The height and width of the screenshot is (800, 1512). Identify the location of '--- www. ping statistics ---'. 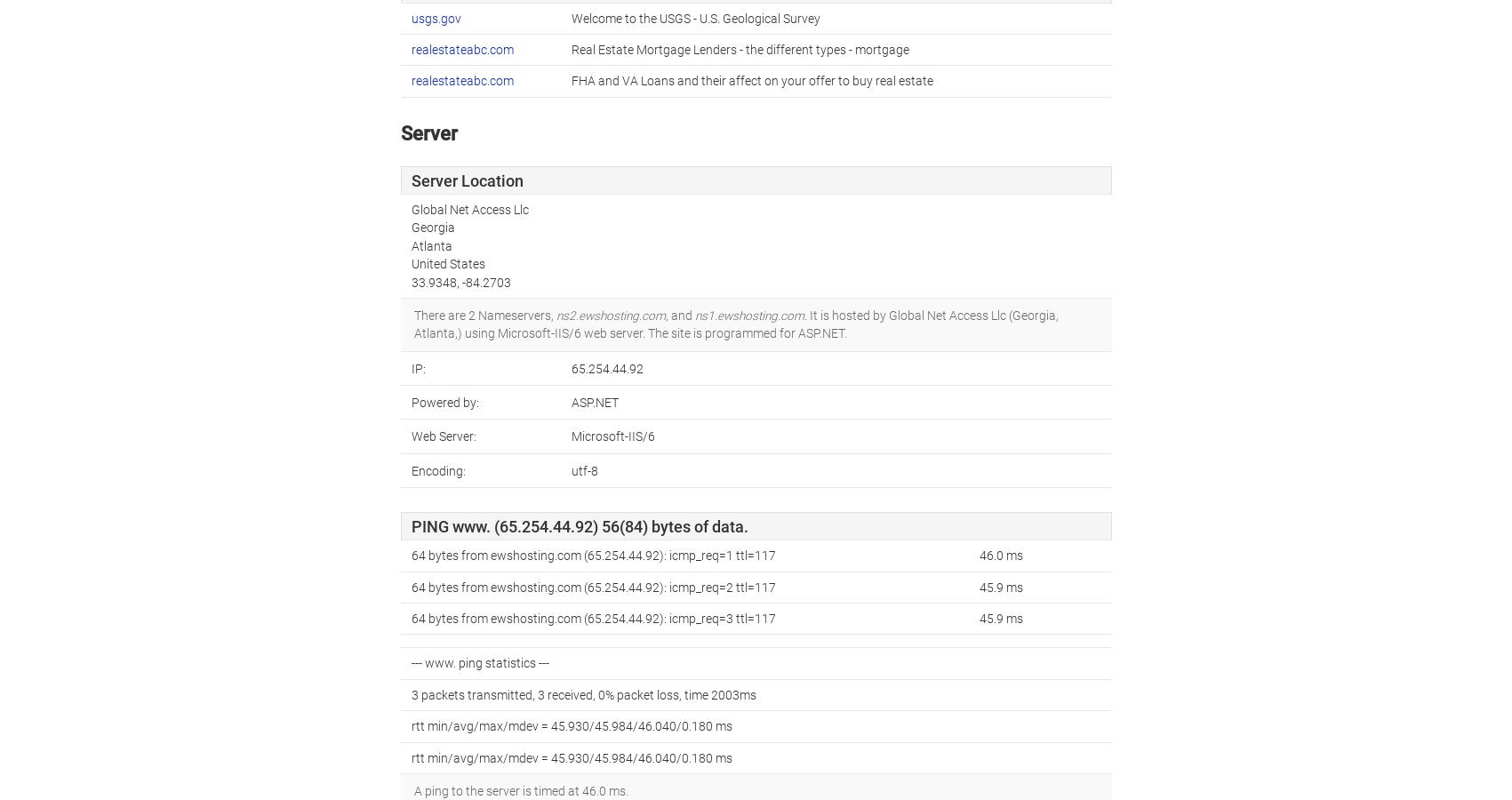
(480, 662).